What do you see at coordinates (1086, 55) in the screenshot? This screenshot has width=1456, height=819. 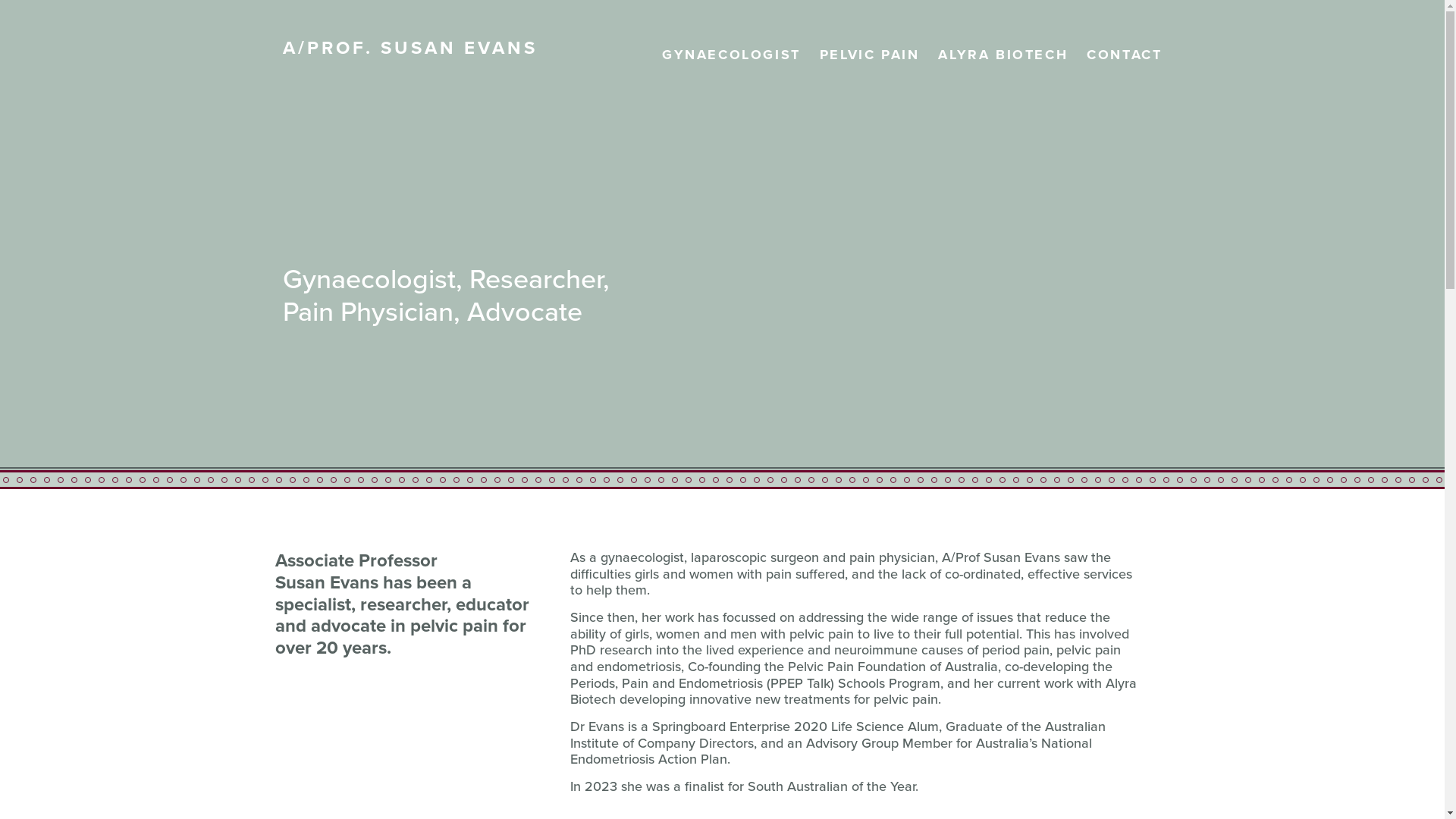 I see `'CONTACT'` at bounding box center [1086, 55].